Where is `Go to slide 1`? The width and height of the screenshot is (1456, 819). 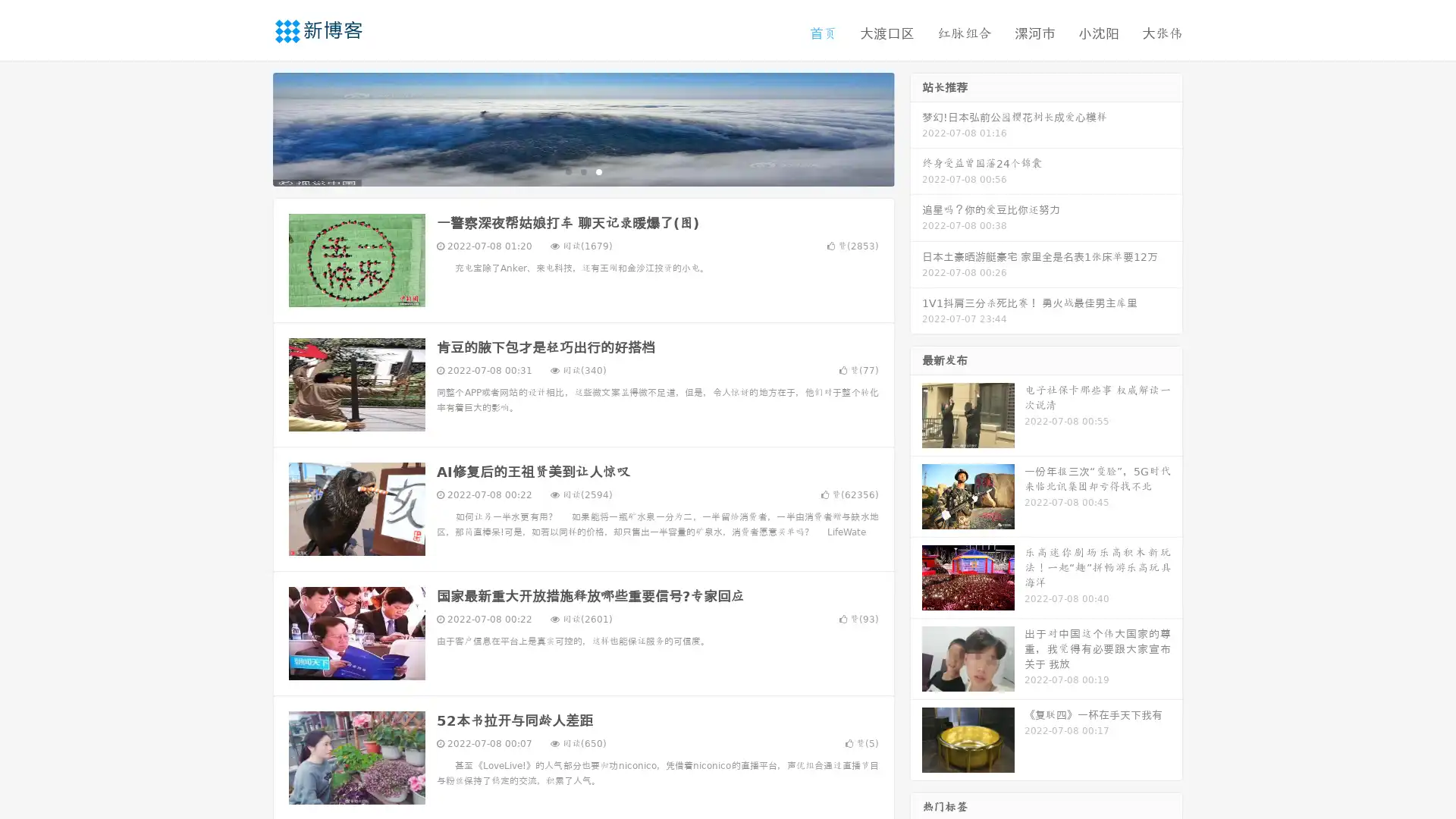 Go to slide 1 is located at coordinates (567, 171).